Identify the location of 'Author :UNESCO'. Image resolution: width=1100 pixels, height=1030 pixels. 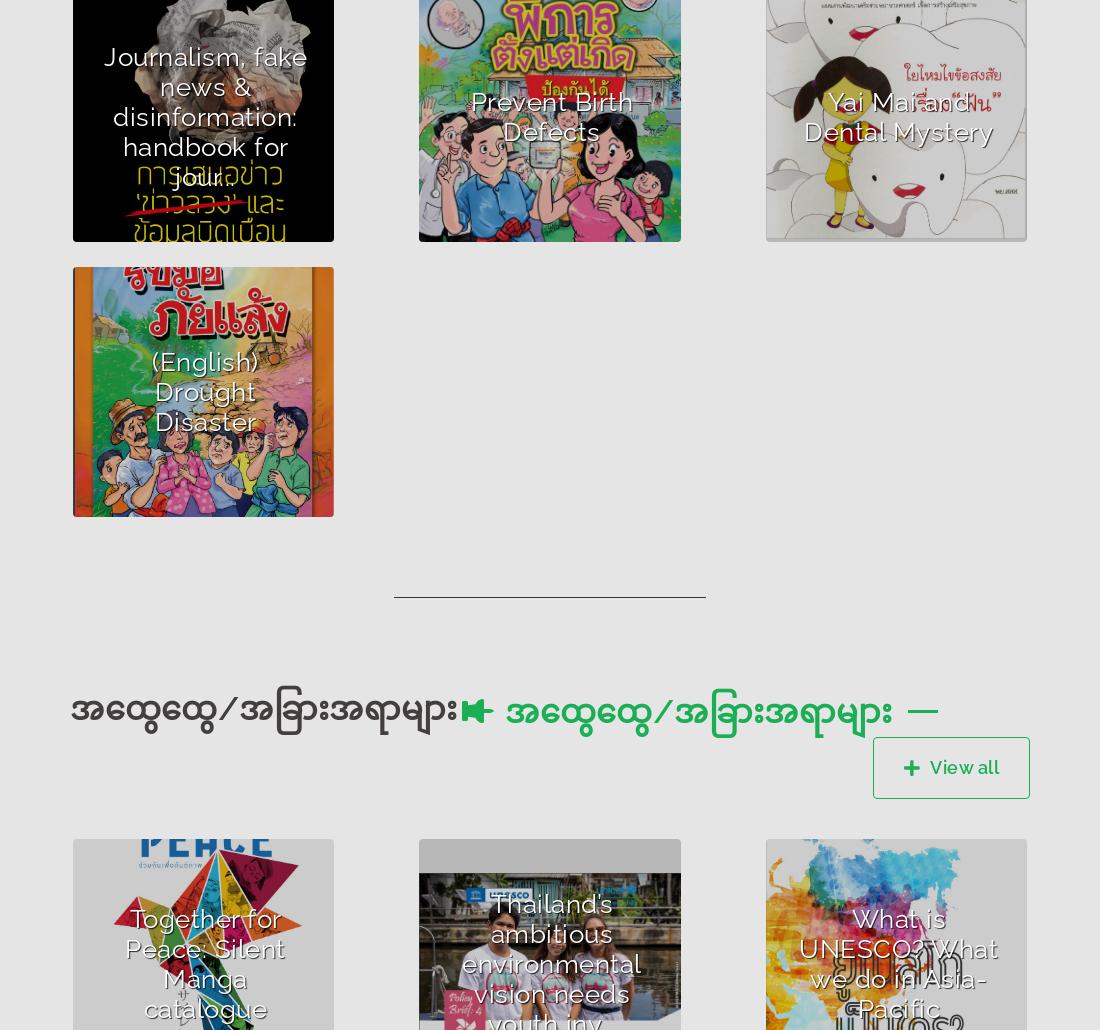
(165, 79).